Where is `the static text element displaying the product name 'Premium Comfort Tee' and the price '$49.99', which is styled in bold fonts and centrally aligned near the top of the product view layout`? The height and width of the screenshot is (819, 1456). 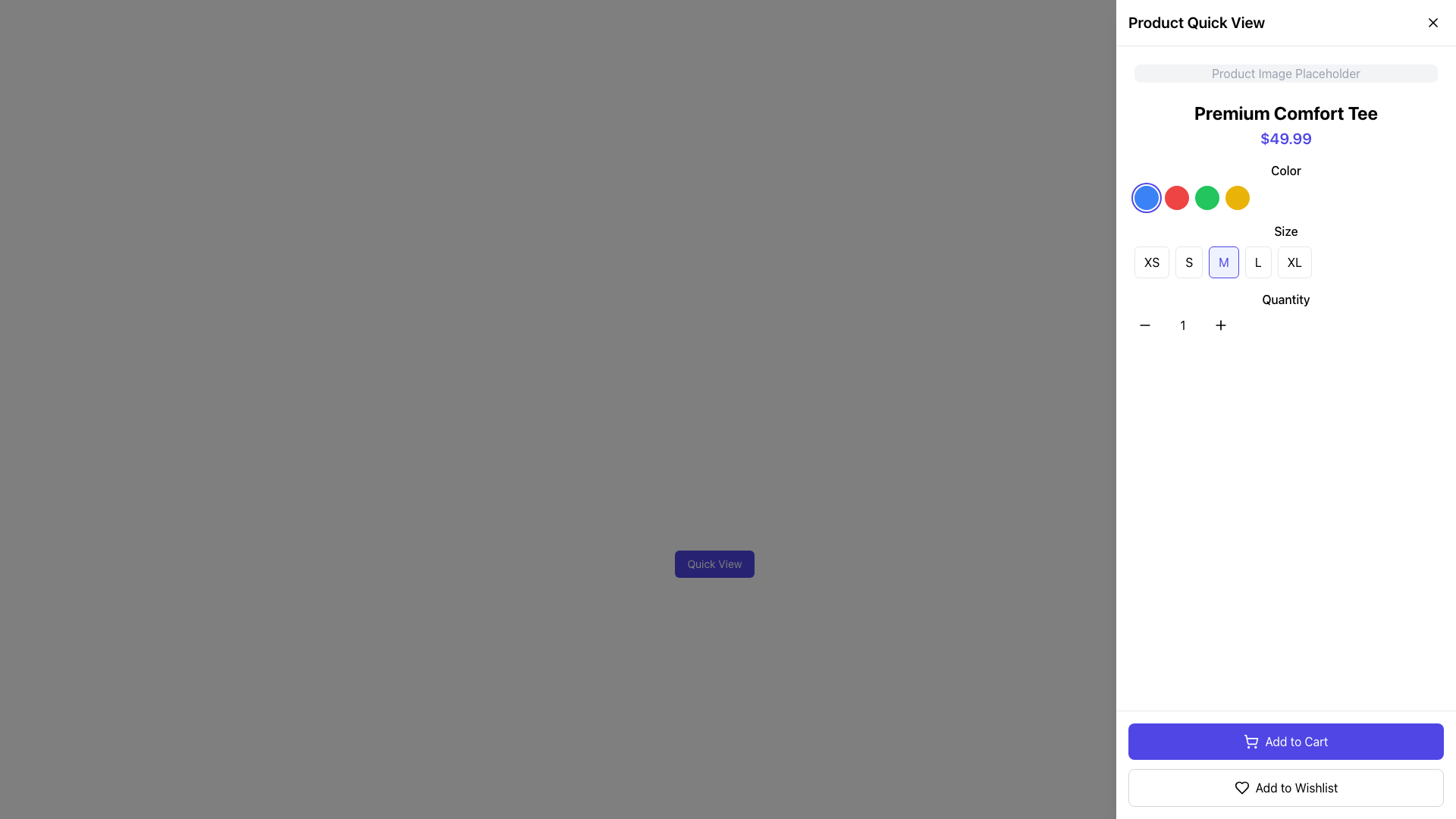 the static text element displaying the product name 'Premium Comfort Tee' and the price '$49.99', which is styled in bold fonts and centrally aligned near the top of the product view layout is located at coordinates (1285, 124).